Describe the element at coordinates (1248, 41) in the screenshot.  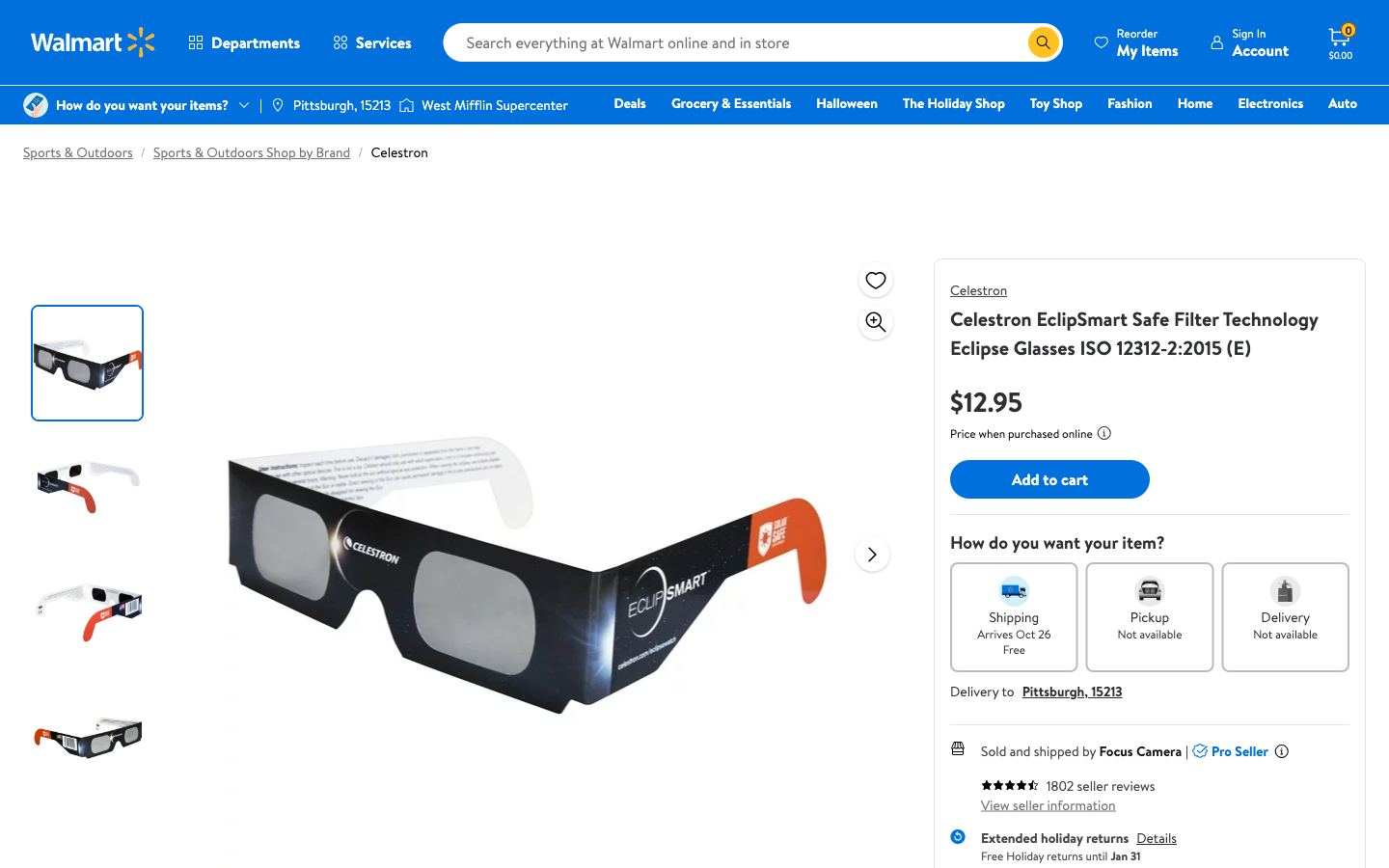
I see `the registration page` at that location.